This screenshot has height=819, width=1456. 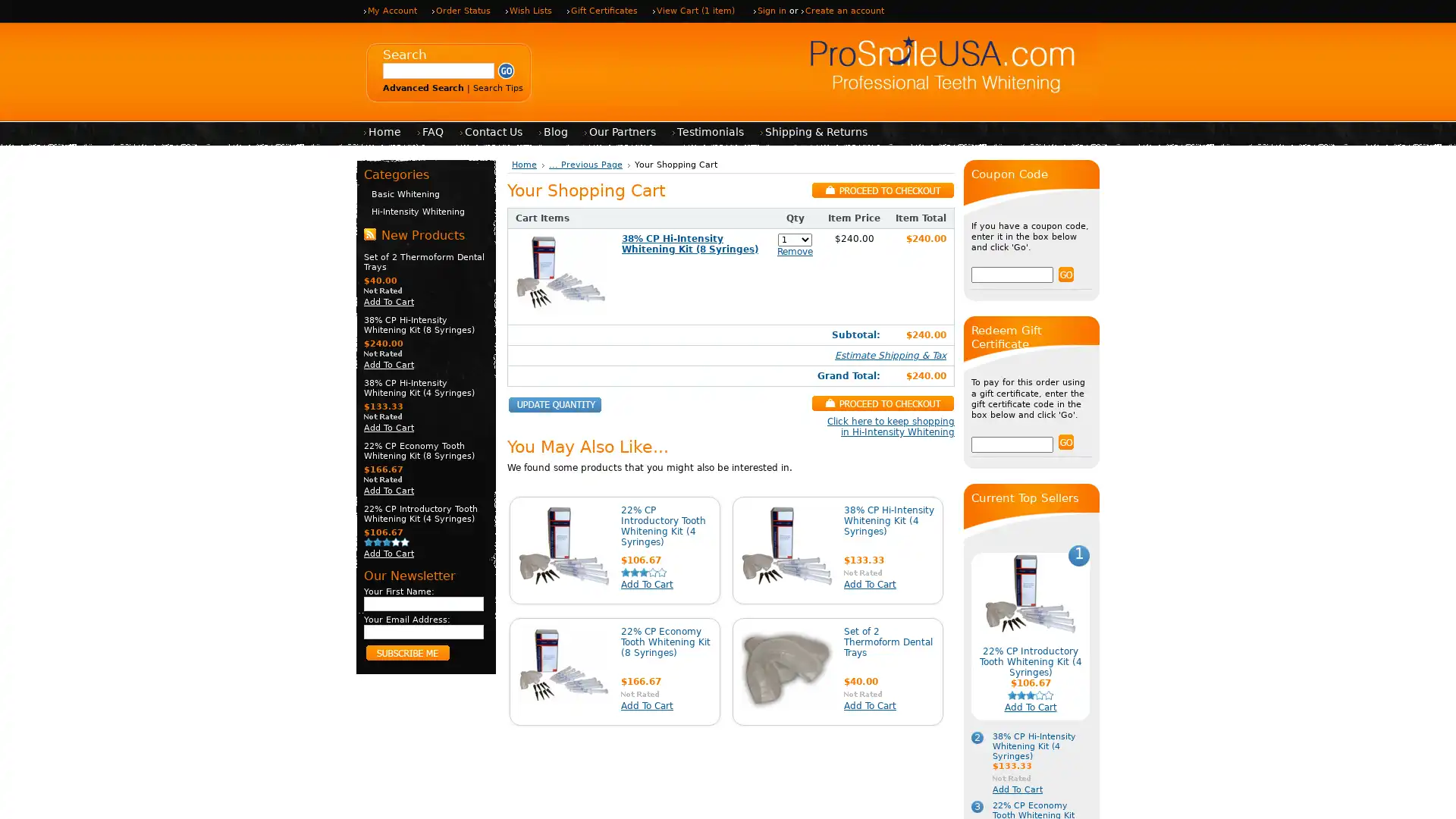 I want to click on Update, so click(x=554, y=404).